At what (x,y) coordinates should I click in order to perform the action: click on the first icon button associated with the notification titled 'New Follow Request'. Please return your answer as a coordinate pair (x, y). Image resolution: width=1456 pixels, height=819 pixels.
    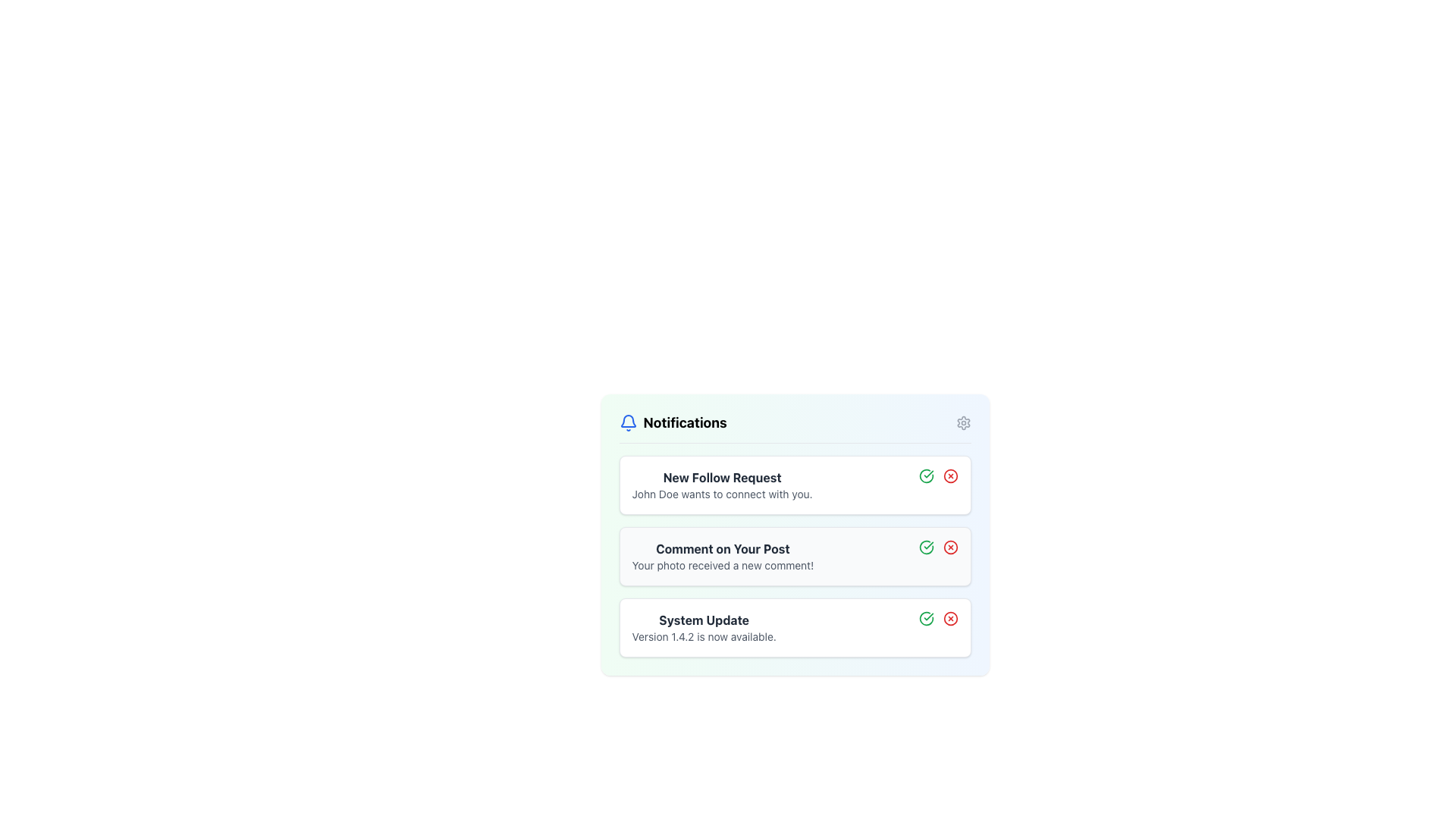
    Looking at the image, I should click on (925, 475).